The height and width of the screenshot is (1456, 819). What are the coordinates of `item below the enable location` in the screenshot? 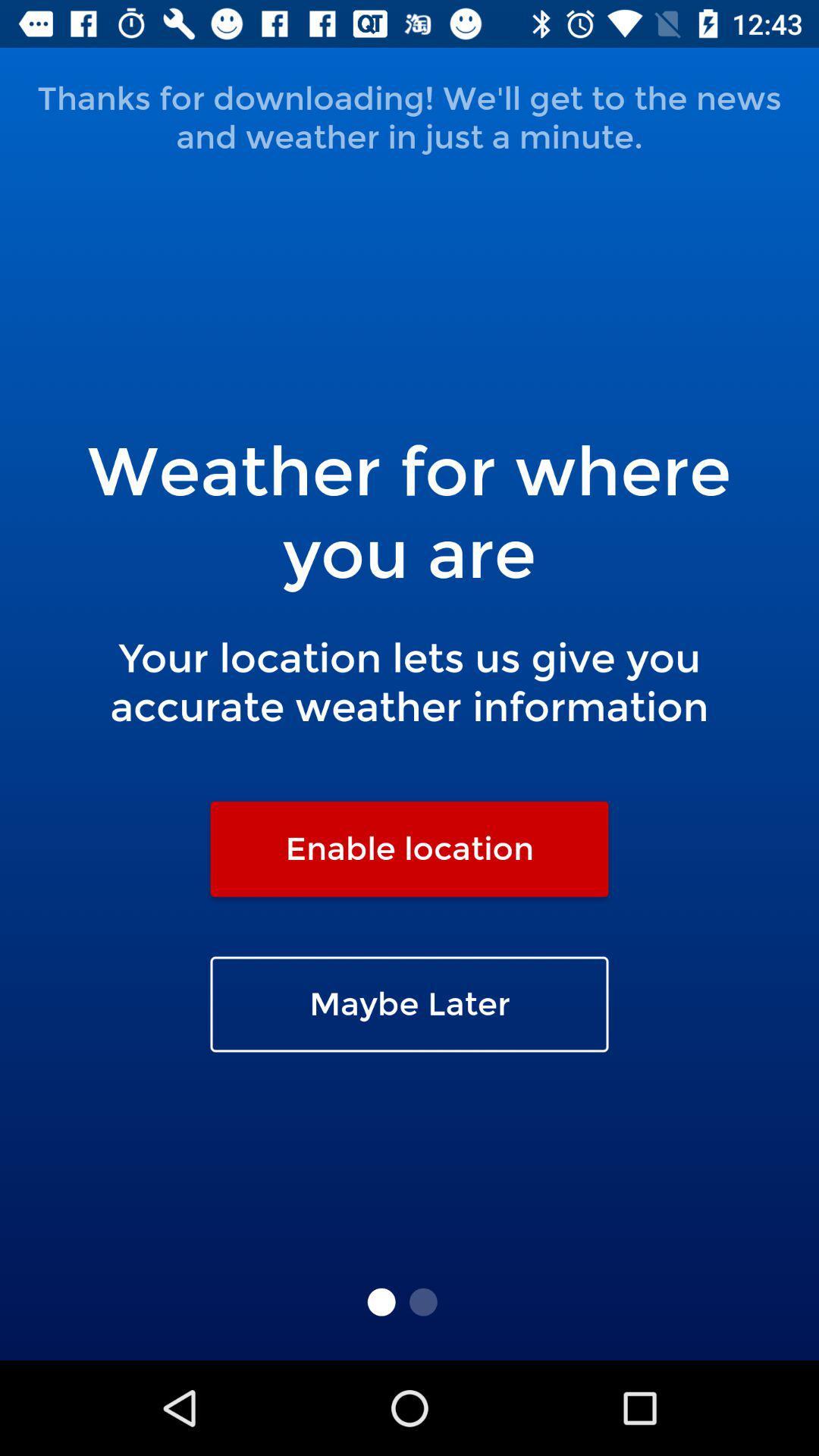 It's located at (409, 1004).